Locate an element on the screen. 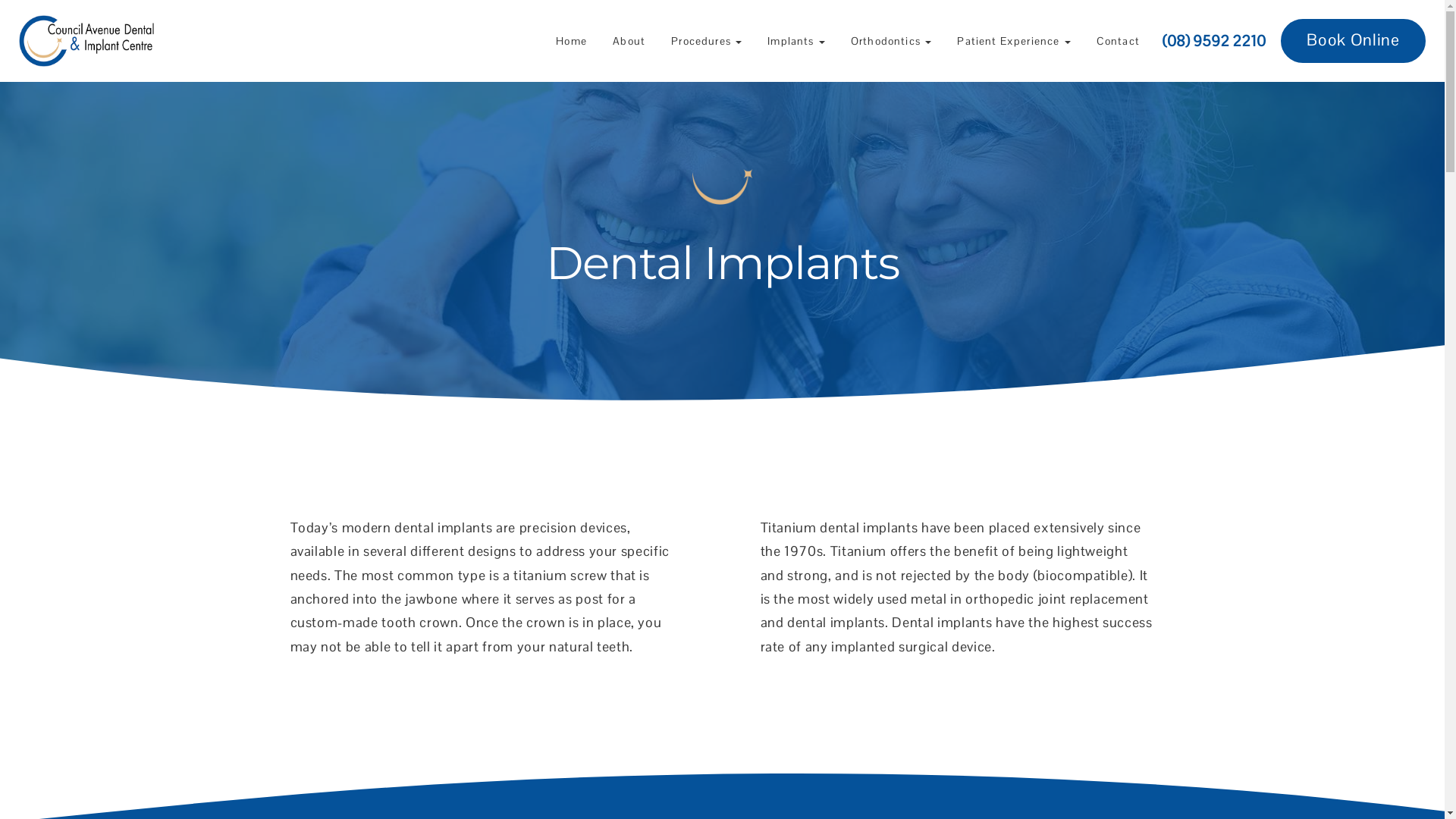 The width and height of the screenshot is (1456, 819). '(08) 9592 2210' is located at coordinates (1161, 40).